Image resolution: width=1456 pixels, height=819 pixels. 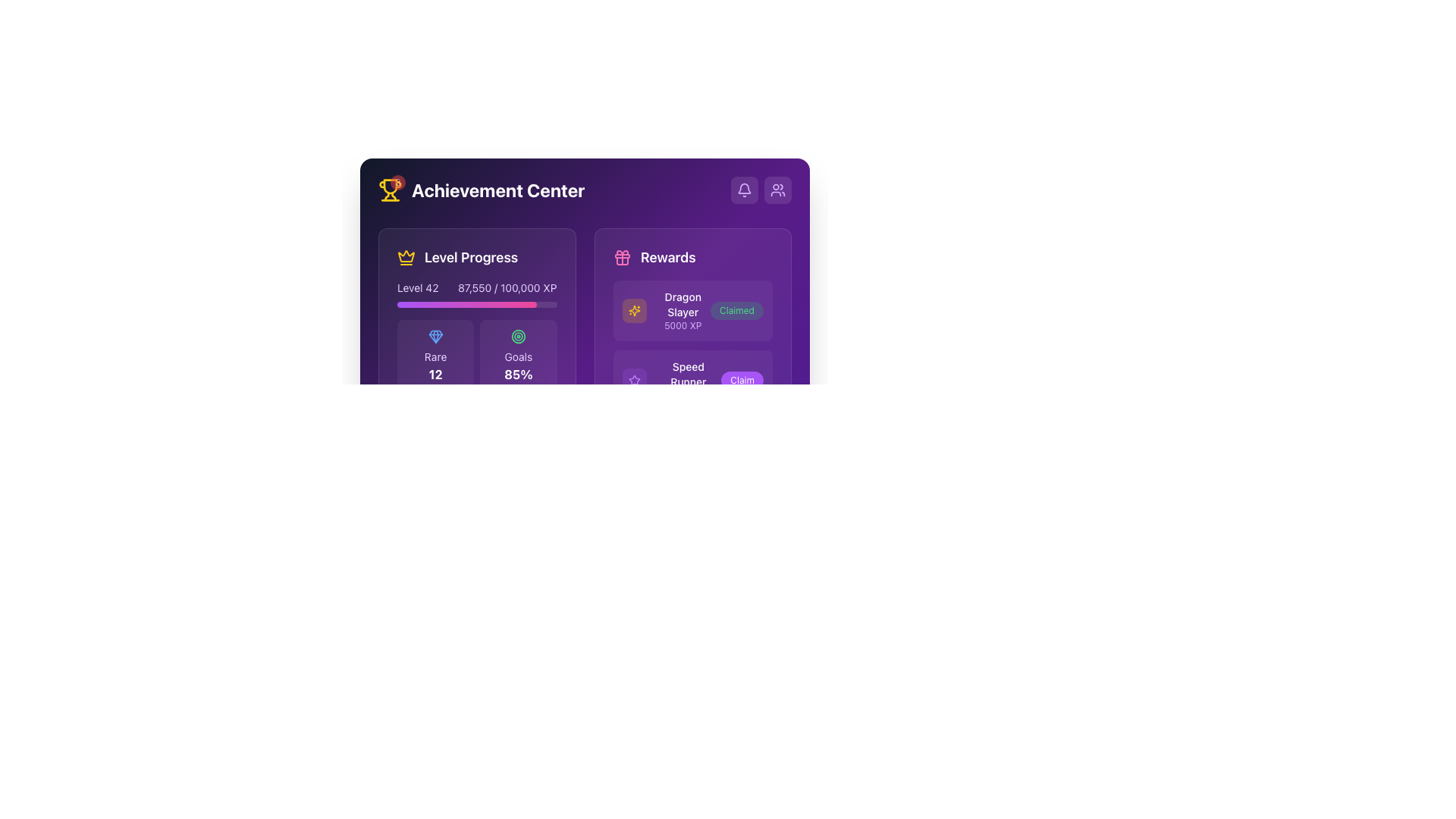 What do you see at coordinates (406, 256) in the screenshot?
I see `the achievement icon representing progress in the 'Level Progress' section, located at the top-left corner of the interface` at bounding box center [406, 256].